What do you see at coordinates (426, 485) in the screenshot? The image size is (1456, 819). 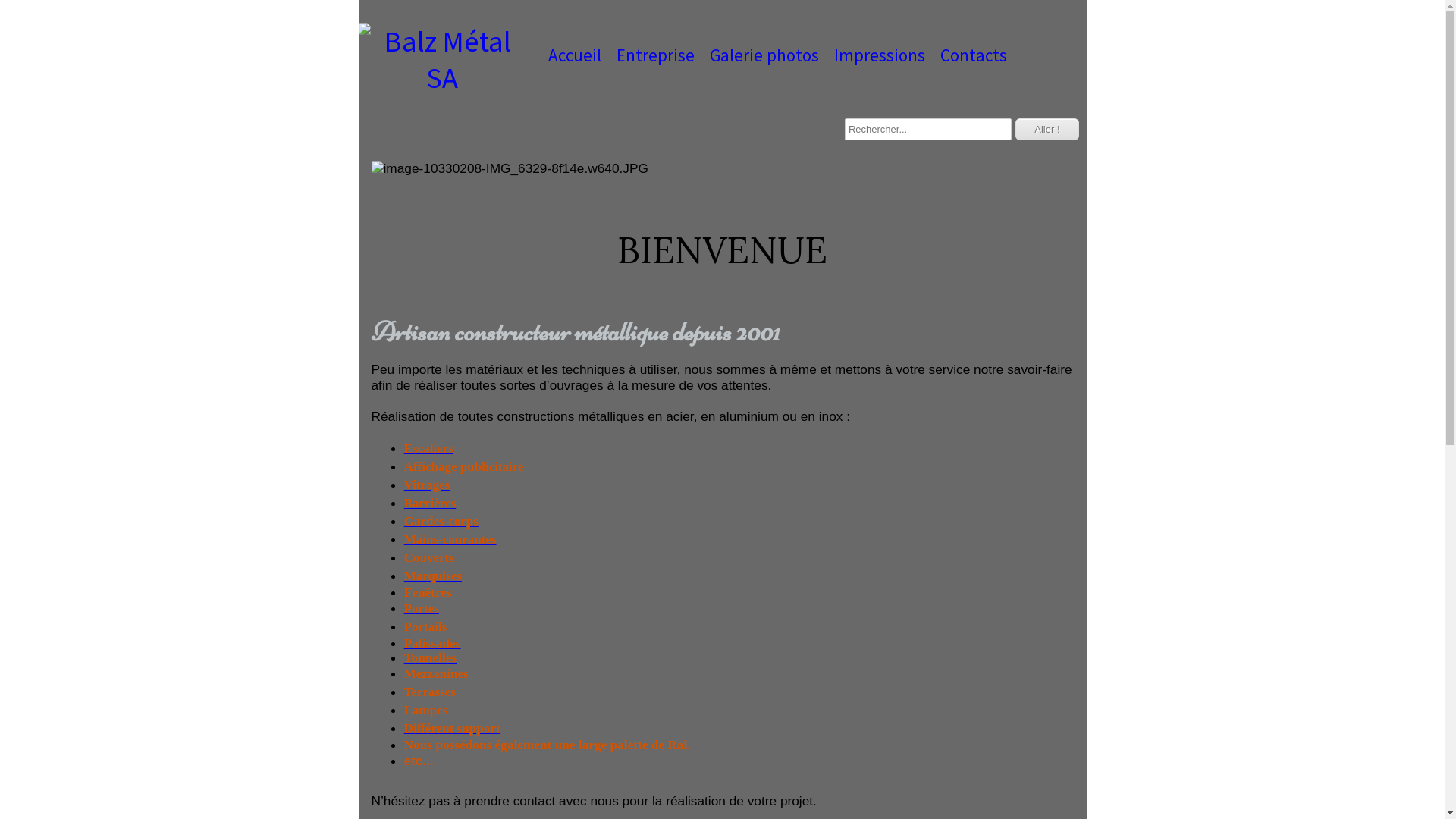 I see `'Vitrages'` at bounding box center [426, 485].